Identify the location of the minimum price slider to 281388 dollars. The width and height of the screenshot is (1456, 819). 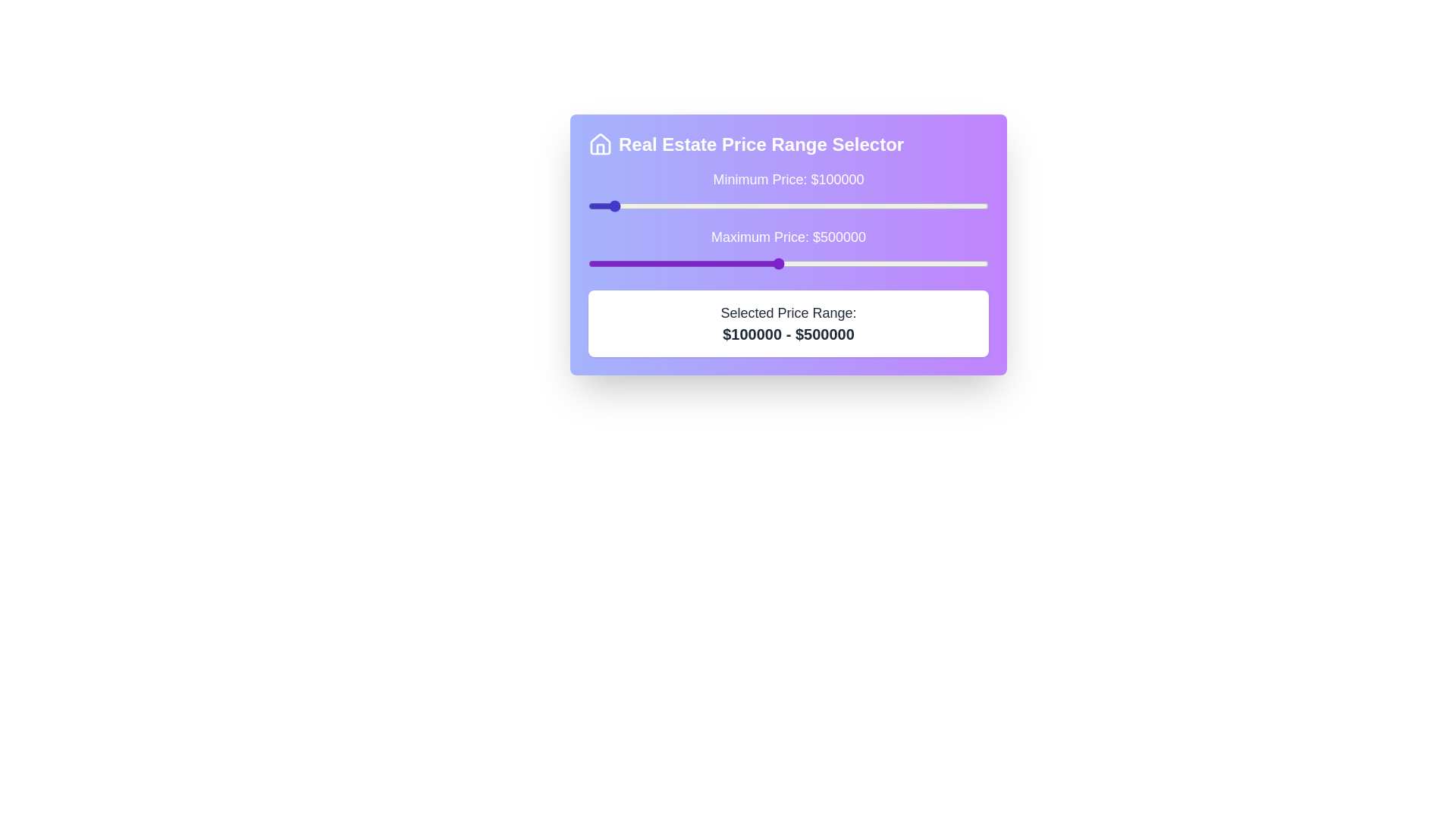
(685, 206).